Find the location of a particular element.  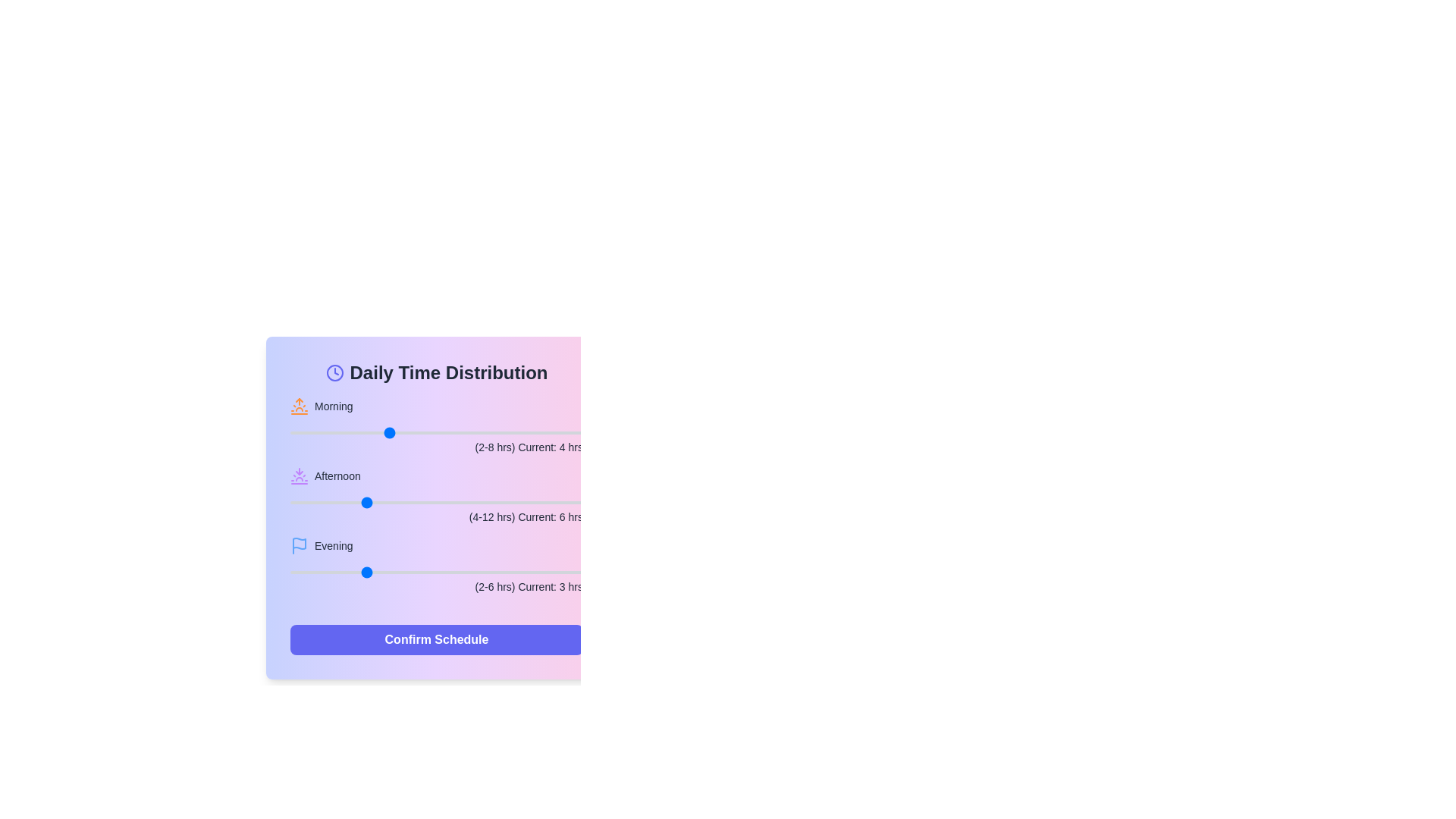

the morning hours slider is located at coordinates (436, 432).